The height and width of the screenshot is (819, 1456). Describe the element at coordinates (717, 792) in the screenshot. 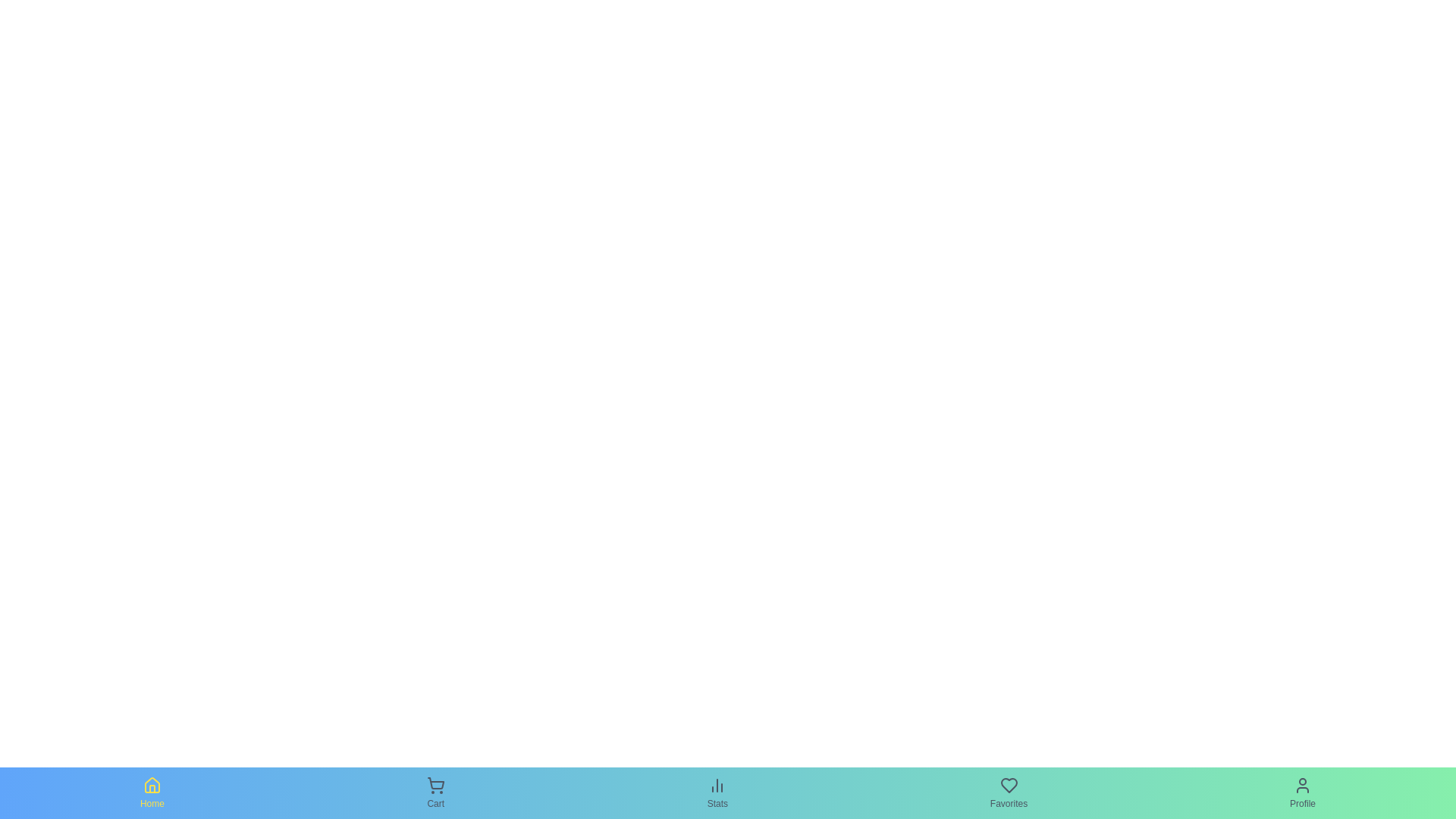

I see `the Stats tab in the bottom navigation bar` at that location.